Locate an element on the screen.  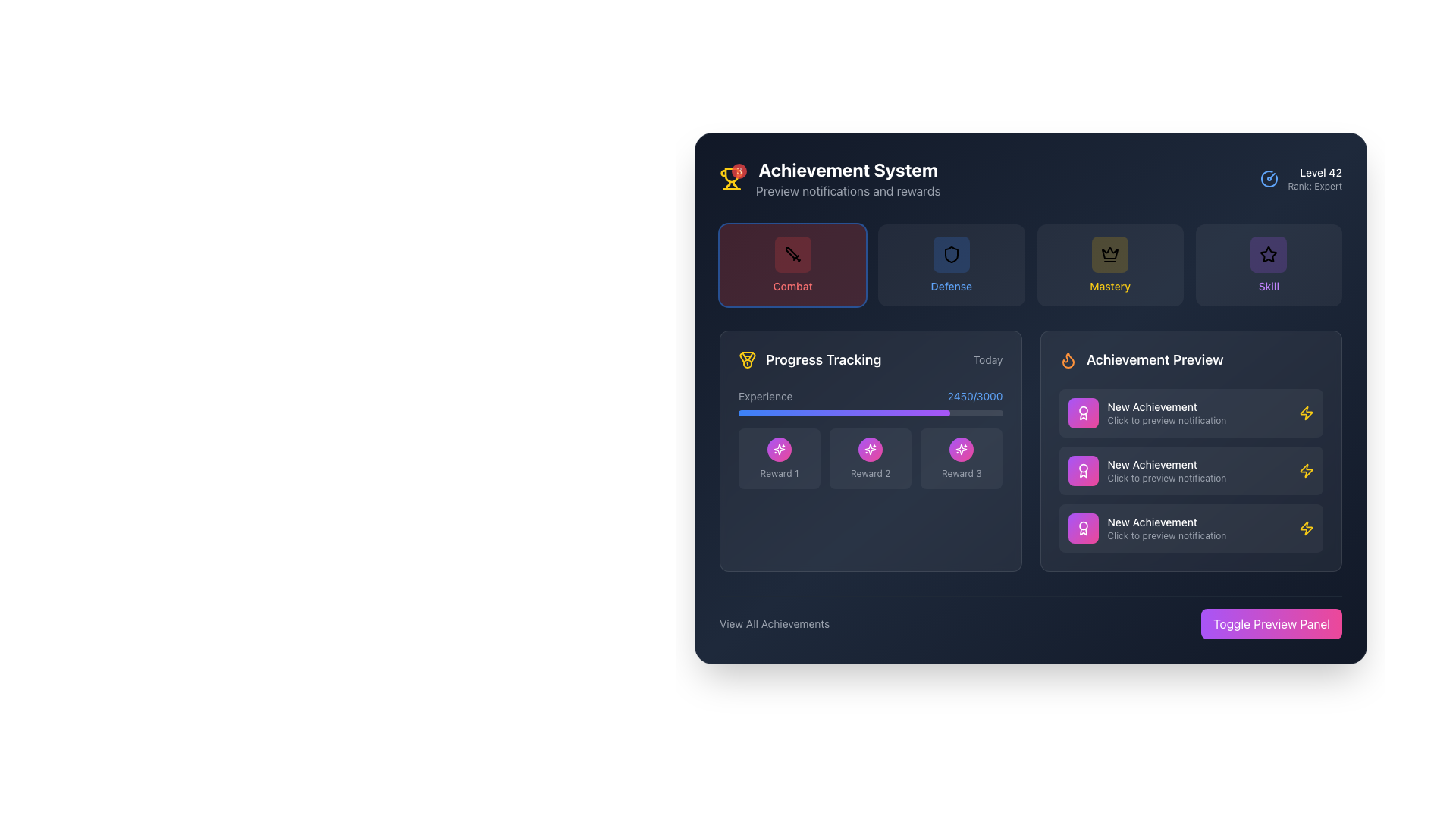
the visual indicator icon representing a new achievement in the 'New Achievement' notification, located on the right side of the notification block is located at coordinates (1306, 413).